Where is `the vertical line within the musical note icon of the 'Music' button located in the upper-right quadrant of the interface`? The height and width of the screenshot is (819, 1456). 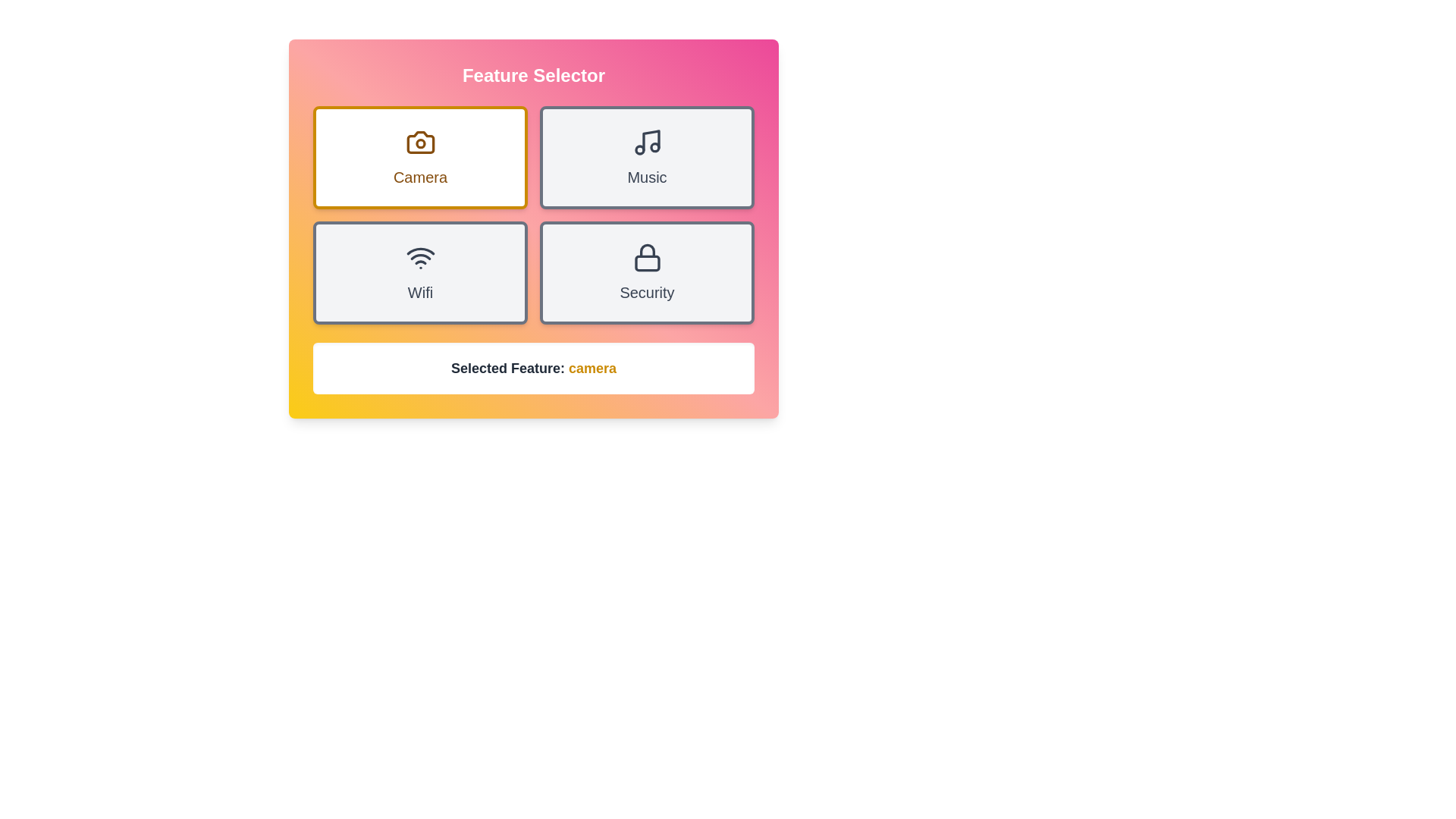 the vertical line within the musical note icon of the 'Music' button located in the upper-right quadrant of the interface is located at coordinates (651, 140).